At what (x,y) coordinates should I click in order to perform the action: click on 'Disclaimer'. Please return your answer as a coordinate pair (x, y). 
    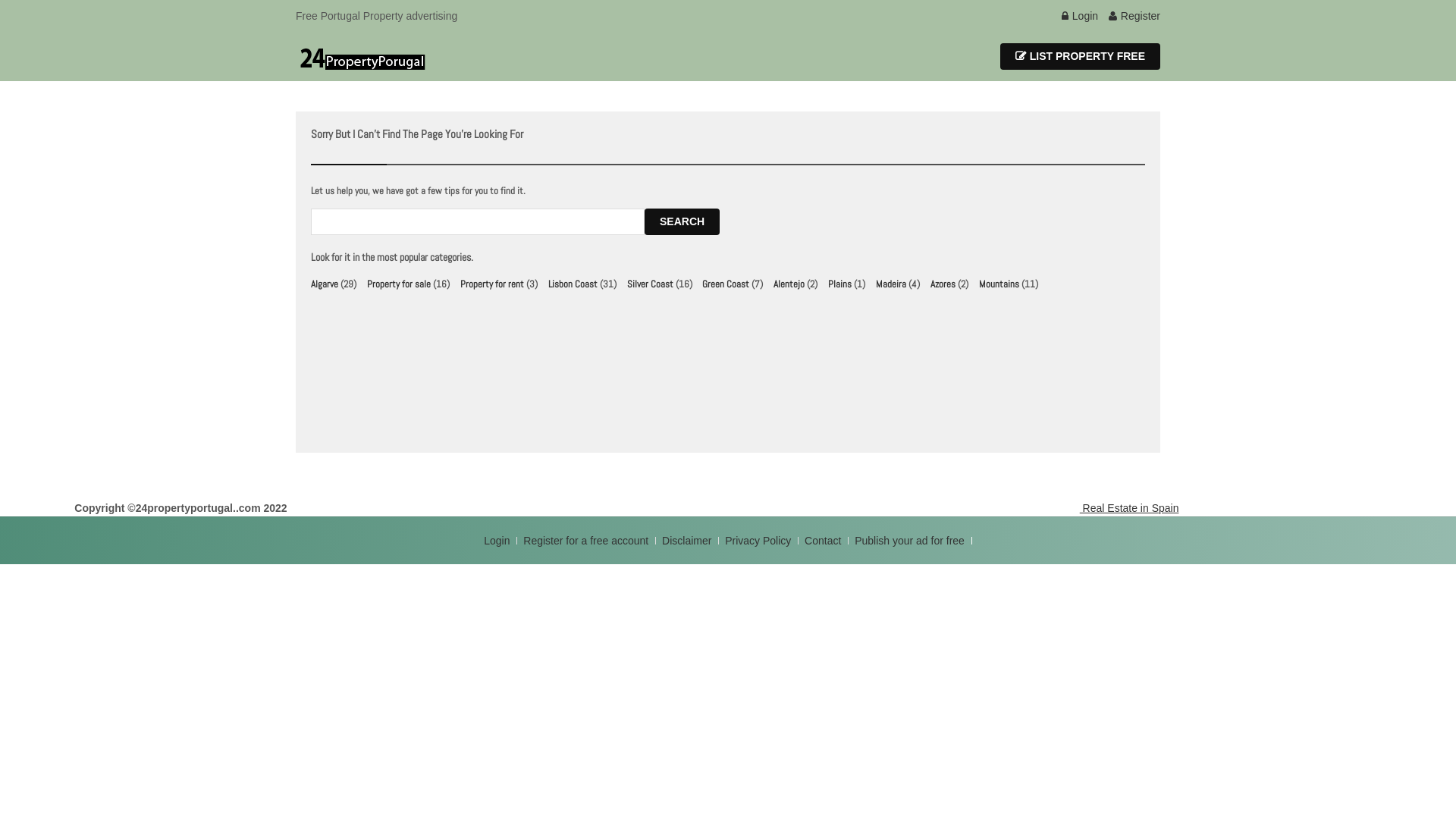
    Looking at the image, I should click on (686, 540).